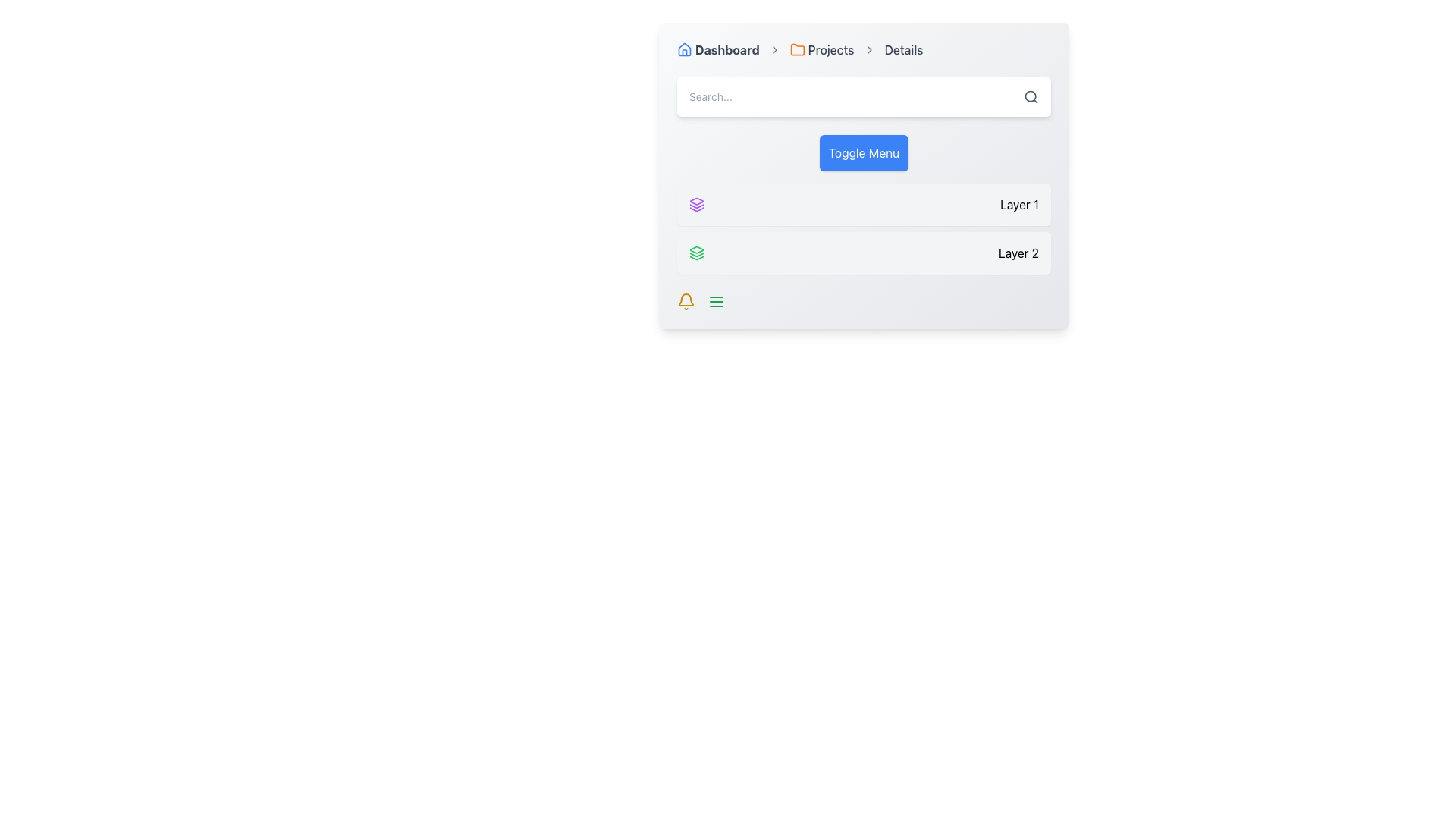  Describe the element at coordinates (695, 205) in the screenshot. I see `the icon styled as a stack of layers, which is purple filled and outlined in a circular format, located to the left of the 'Layer 1' label` at that location.